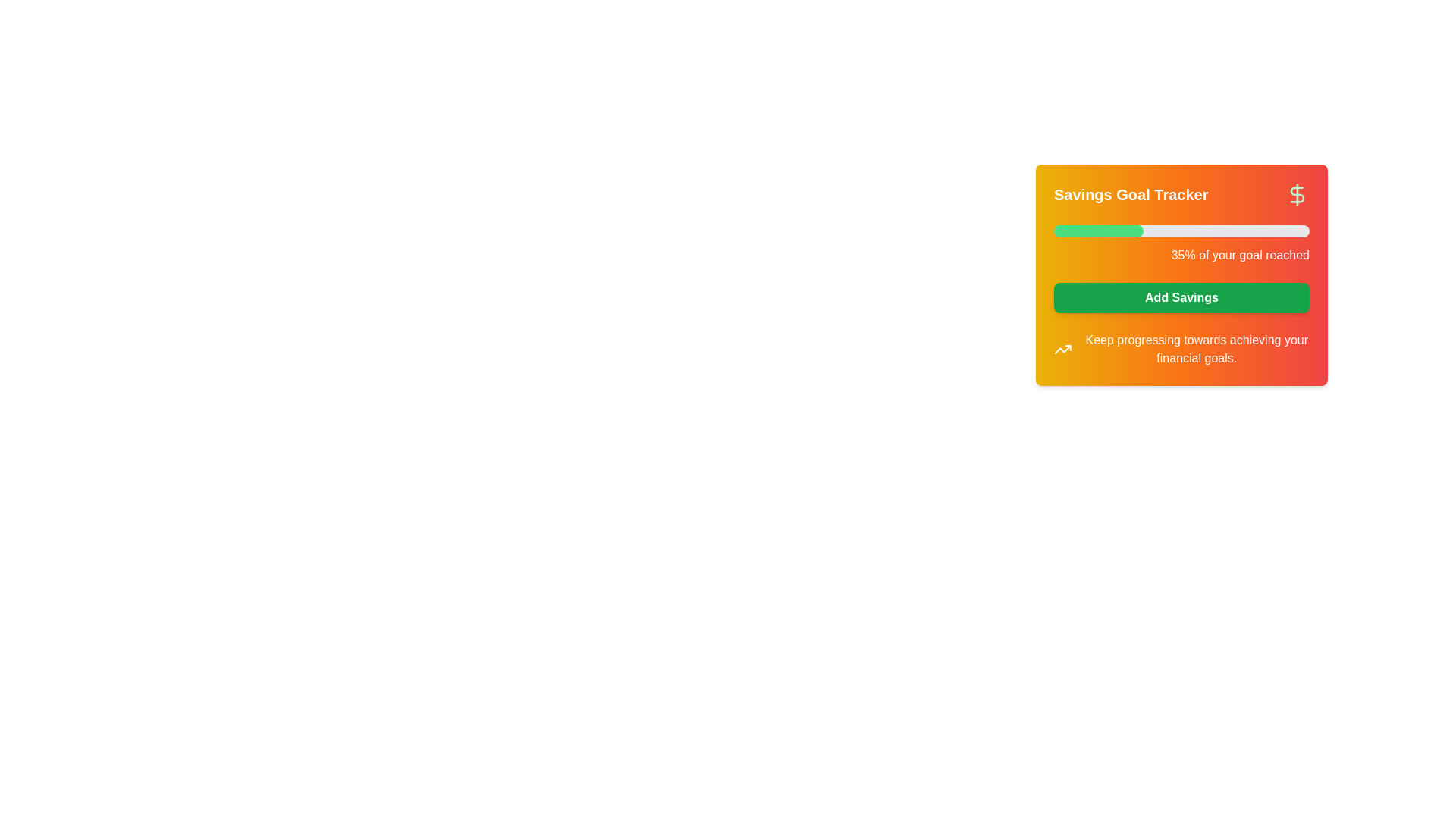  What do you see at coordinates (1062, 350) in the screenshot?
I see `the upward trend icon representing financial progress, which is the leftmost item in the horizontal layout` at bounding box center [1062, 350].